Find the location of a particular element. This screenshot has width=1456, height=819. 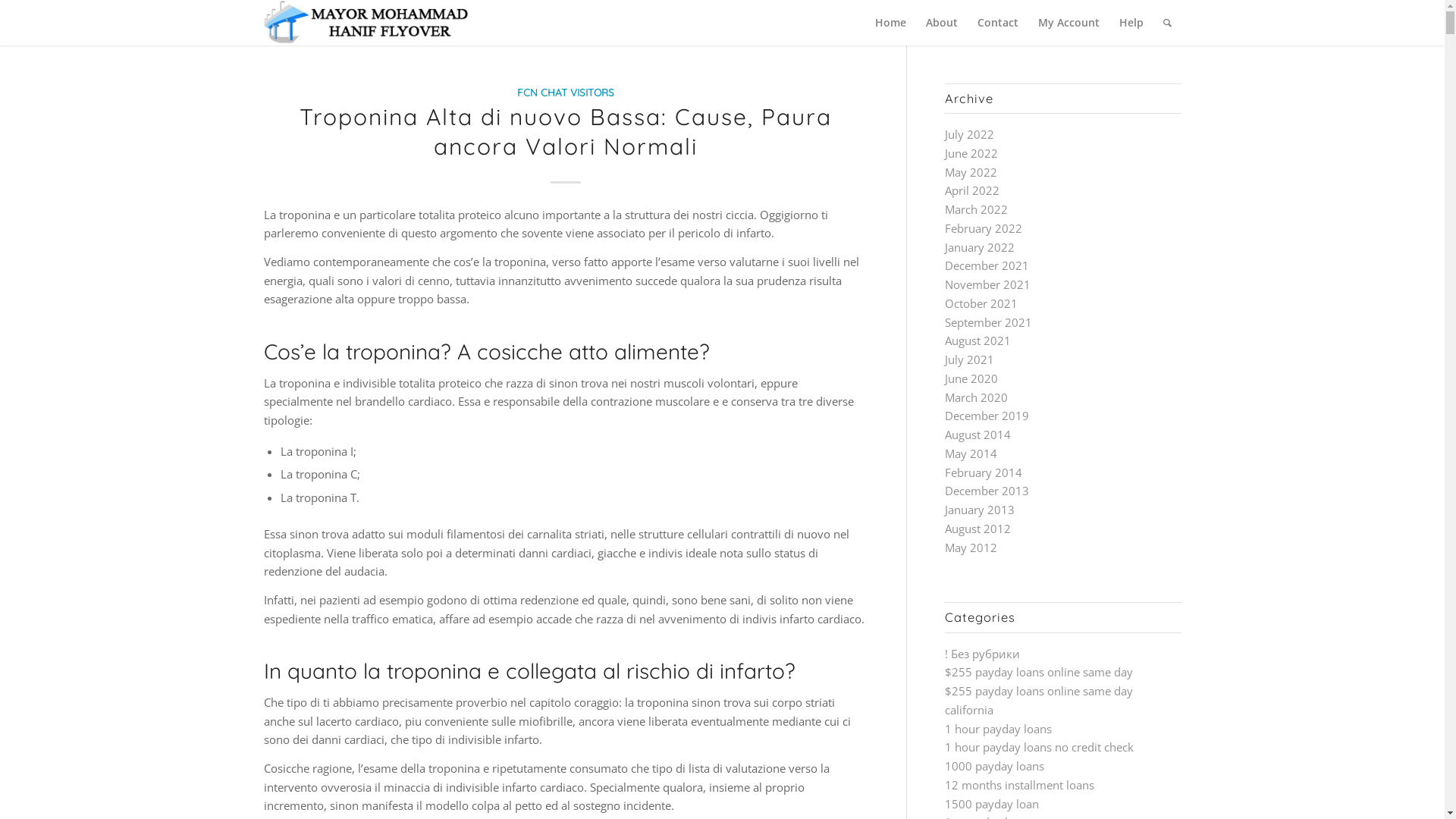

'April 2022' is located at coordinates (971, 189).